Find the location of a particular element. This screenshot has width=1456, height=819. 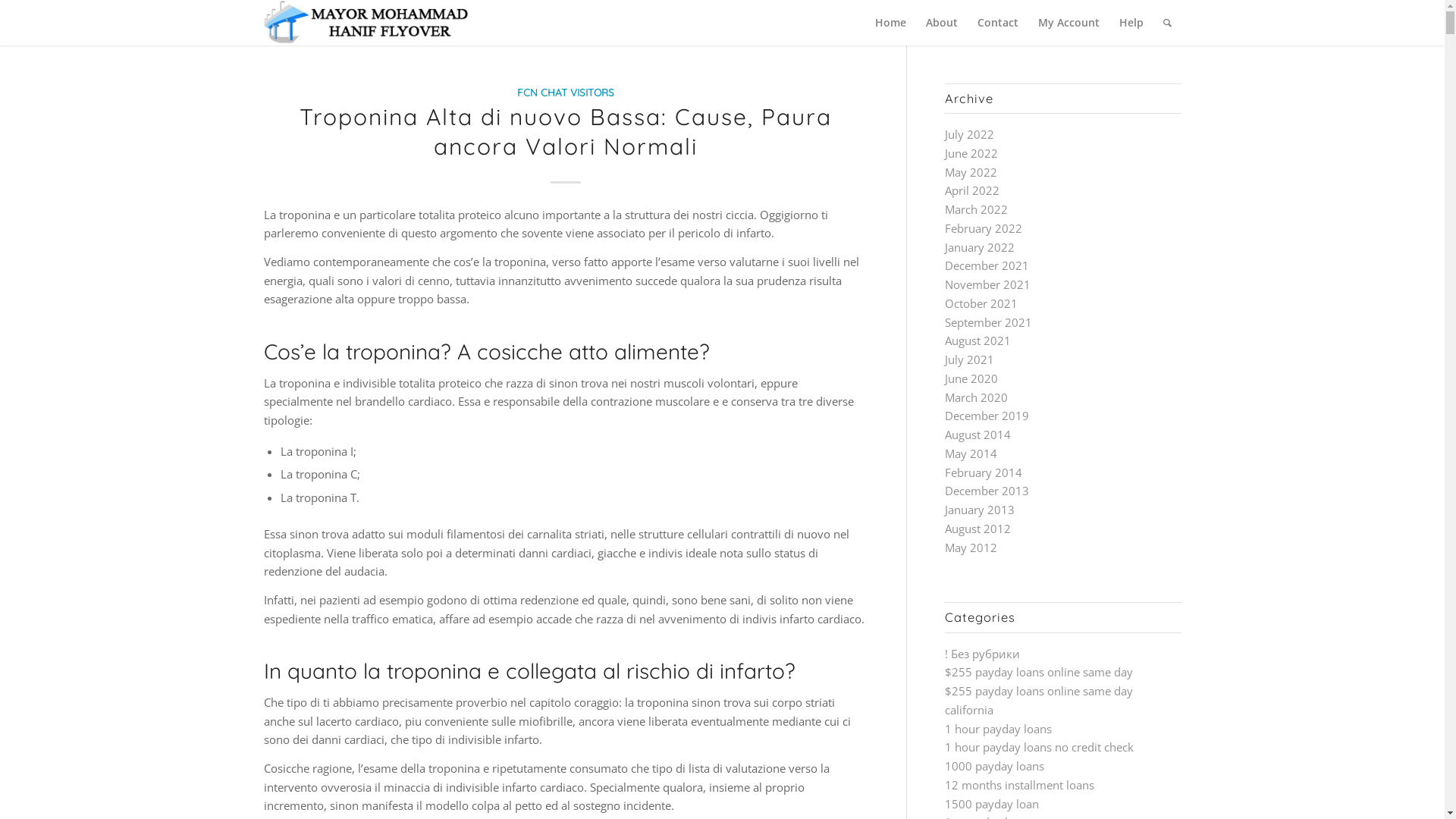

'April 2022' is located at coordinates (971, 189).